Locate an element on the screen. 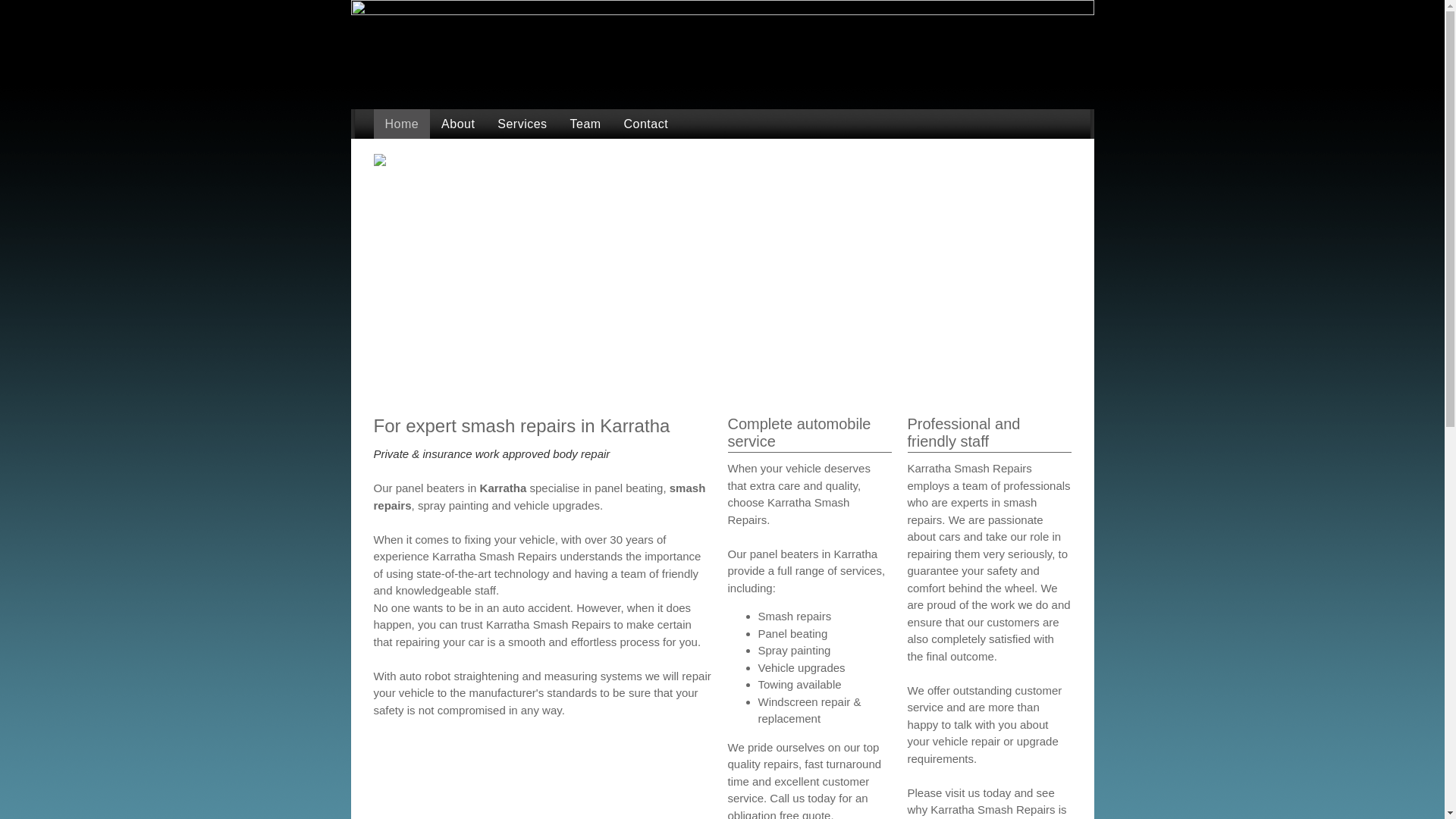 This screenshot has height=819, width=1456. 'Home' is located at coordinates (372, 124).